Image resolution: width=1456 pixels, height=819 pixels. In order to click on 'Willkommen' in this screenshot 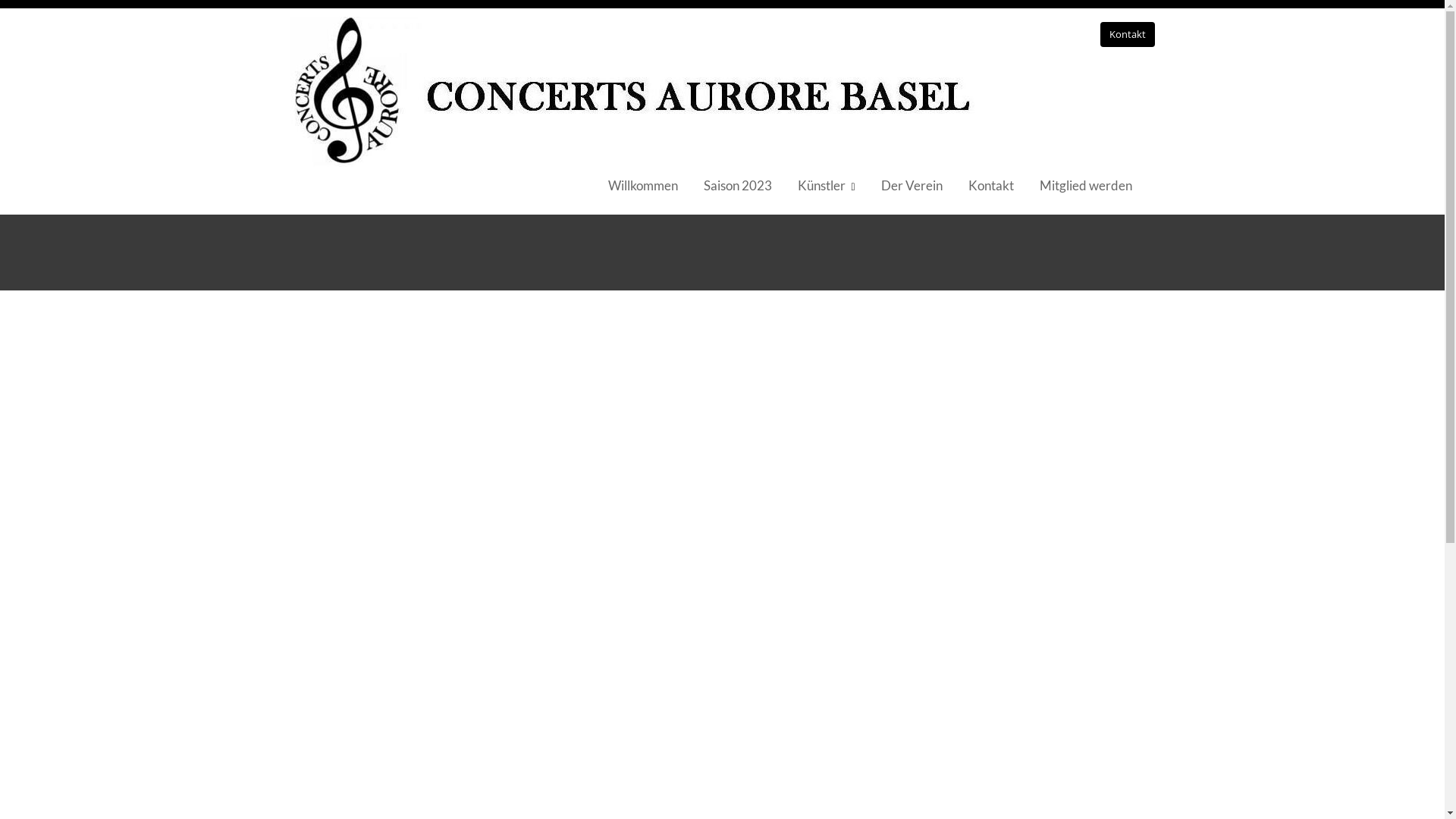, I will do `click(643, 185)`.